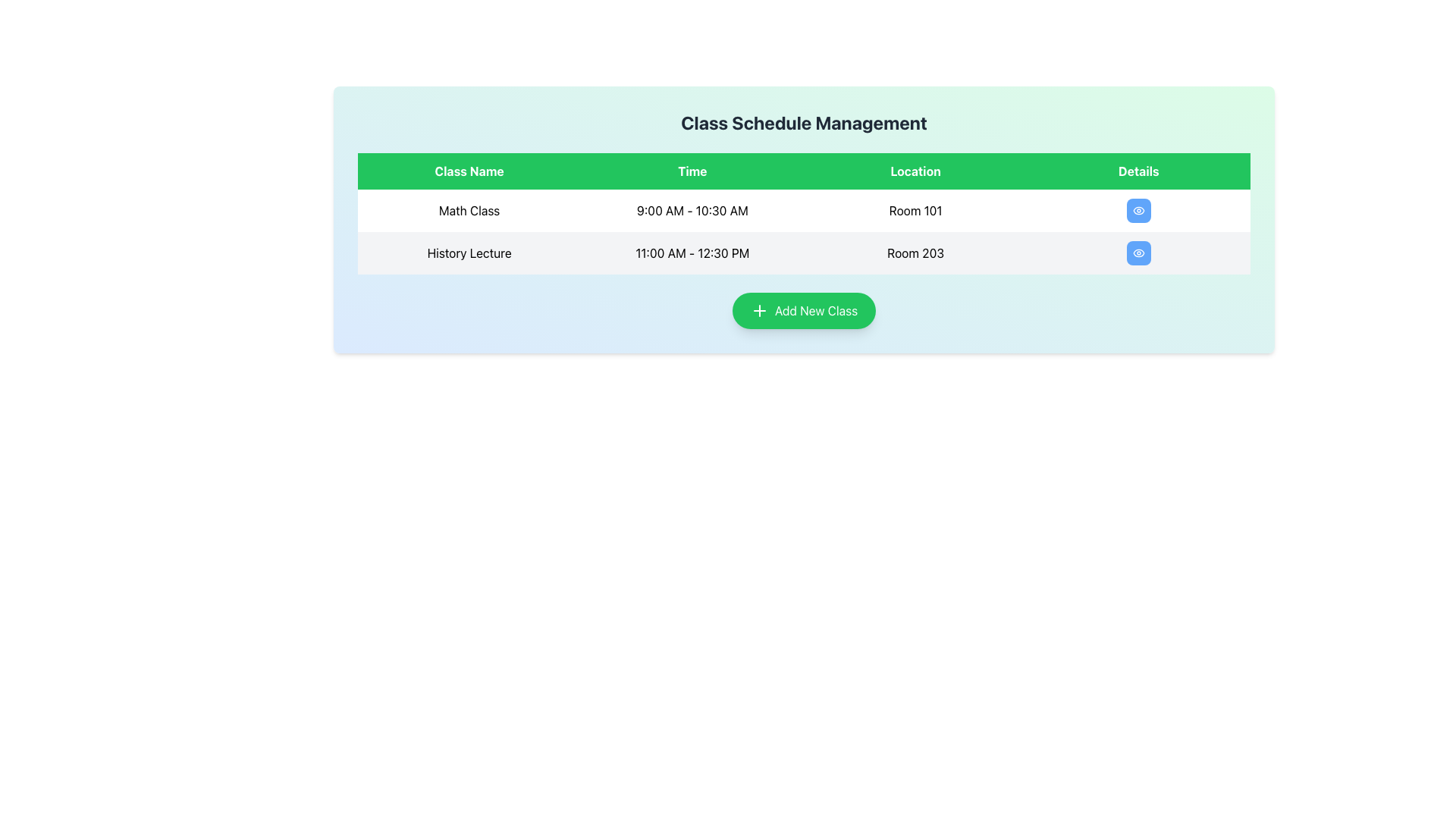 The width and height of the screenshot is (1456, 819). I want to click on the green rounded rectangle button labeled 'Add New Class' featuring a plus icon, so click(759, 309).